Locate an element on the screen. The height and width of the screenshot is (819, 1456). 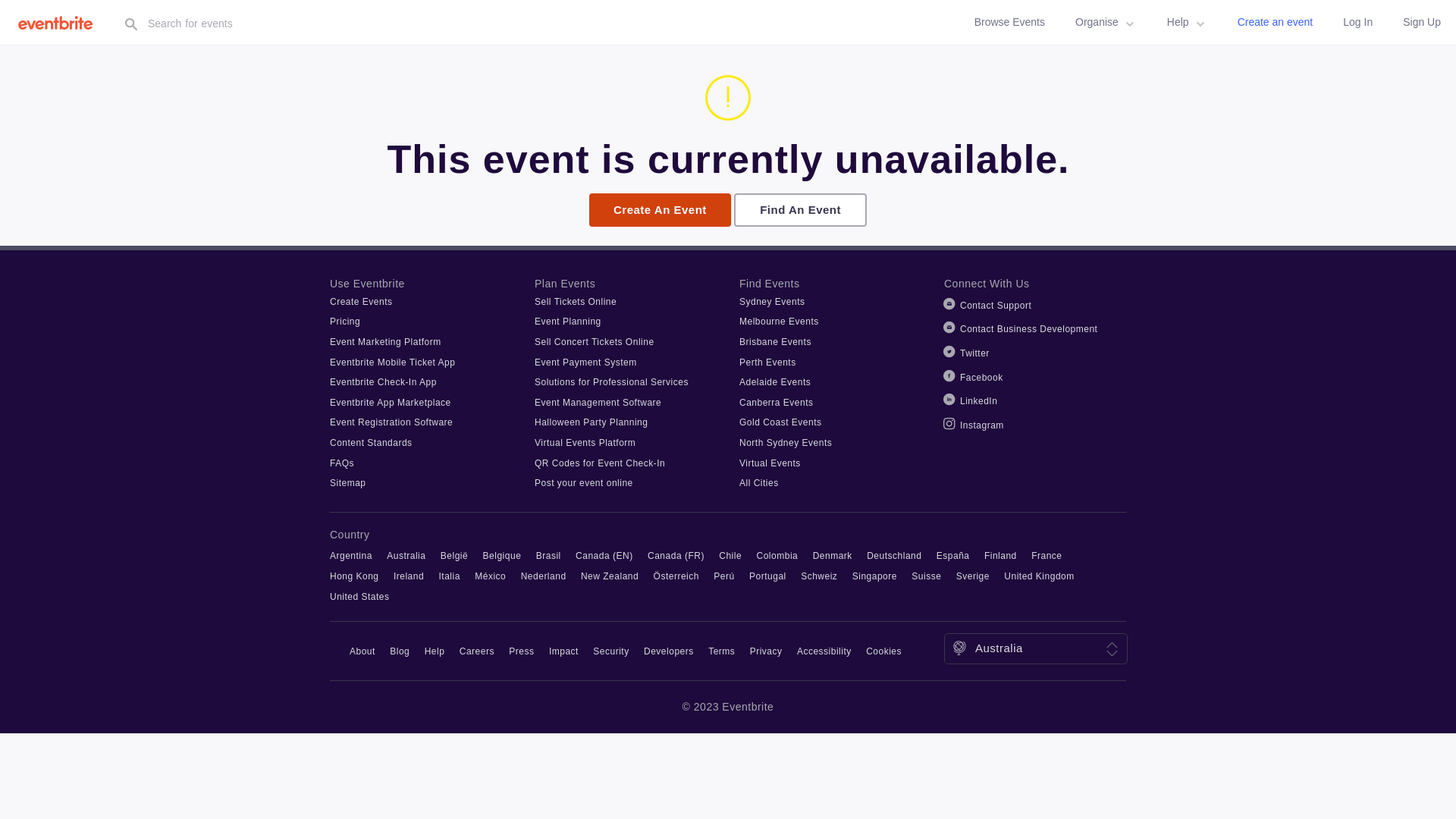
'Melbourne Events' is located at coordinates (779, 321).